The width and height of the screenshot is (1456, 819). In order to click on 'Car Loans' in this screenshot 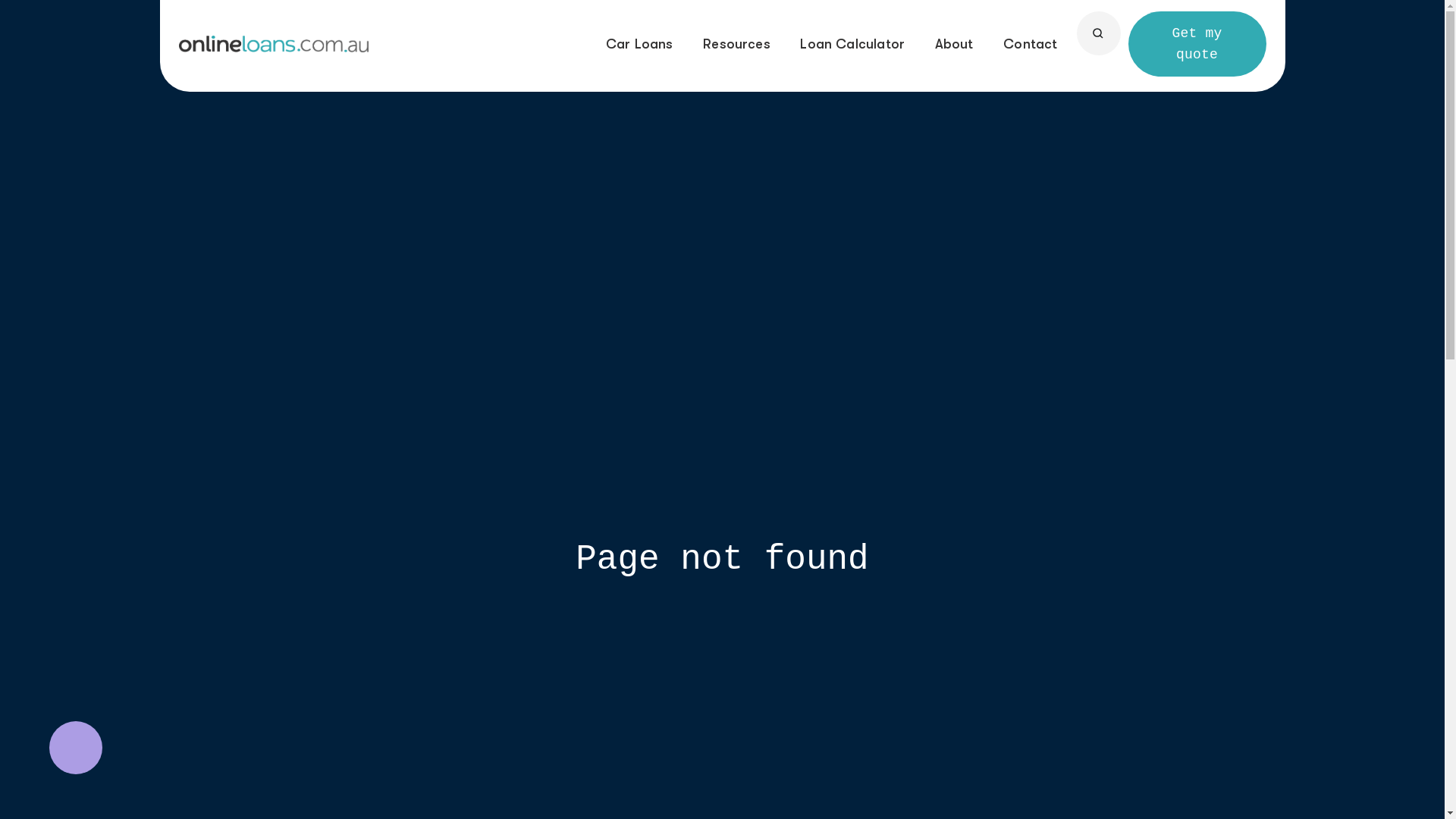, I will do `click(639, 42)`.